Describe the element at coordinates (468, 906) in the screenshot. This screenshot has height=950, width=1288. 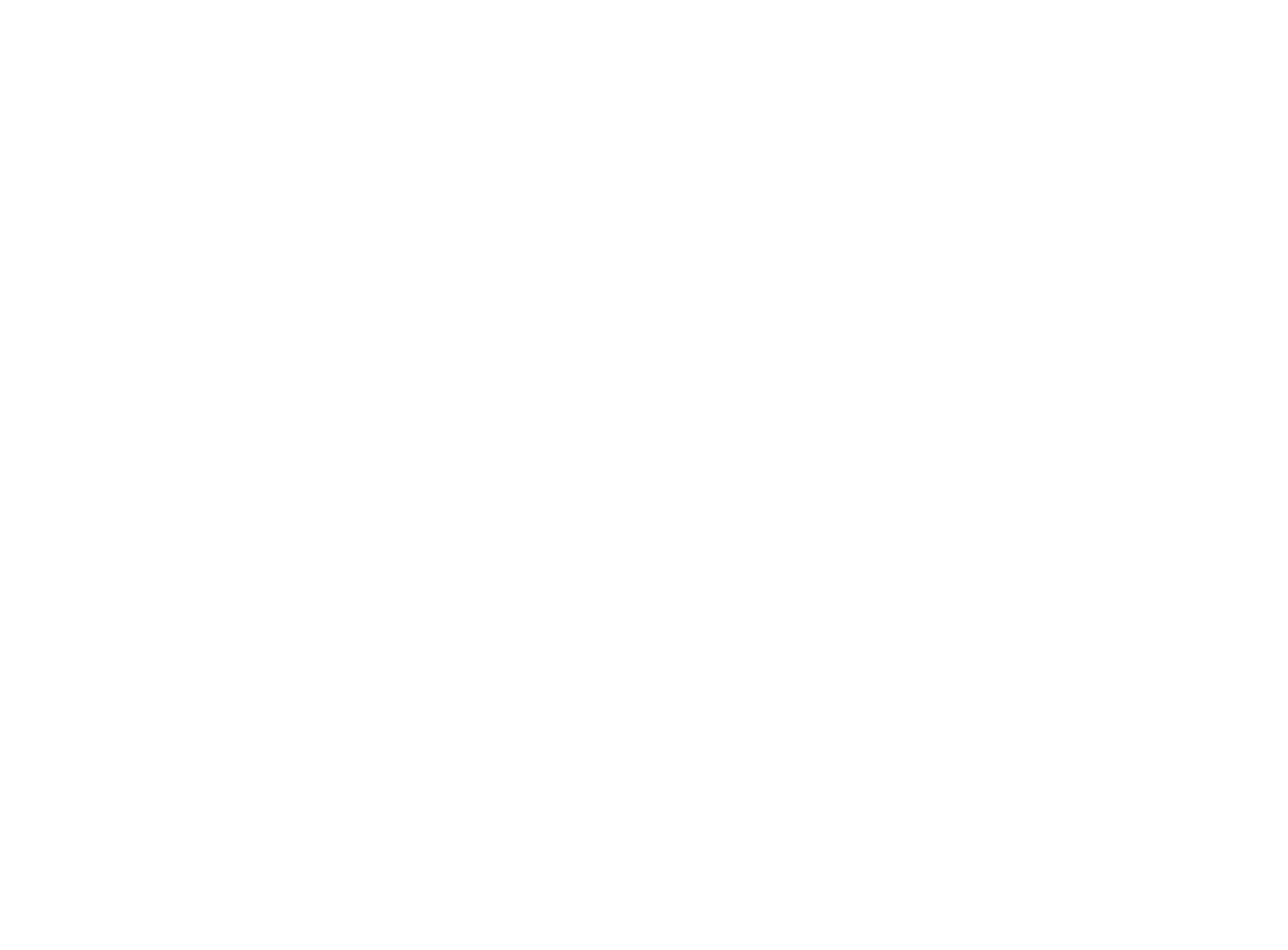
I see `'© Copyright 2023 Duke University. All rights reserved.'` at that location.